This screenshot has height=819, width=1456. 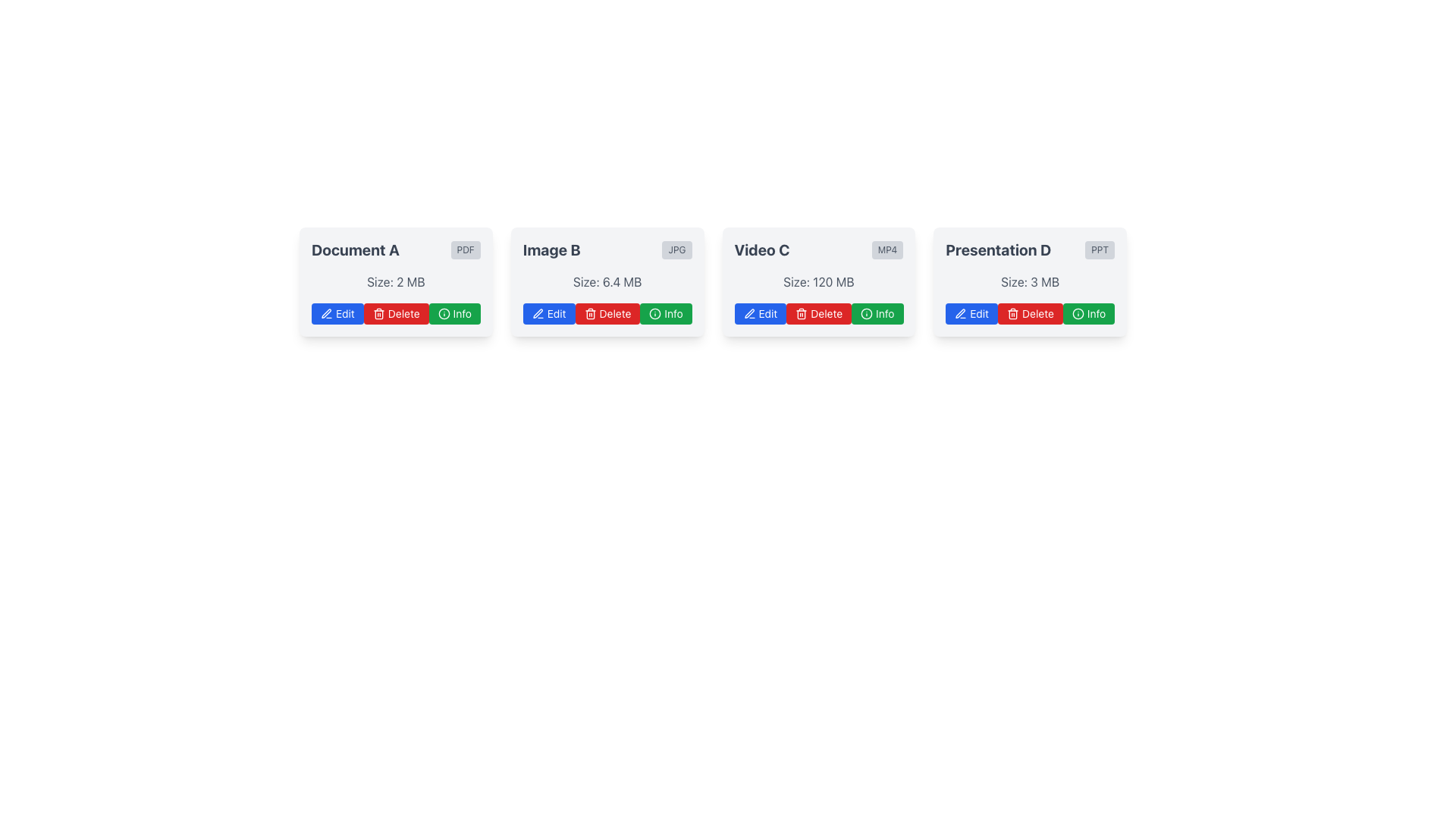 I want to click on the red 'Delete' button with rounded corners that shows a trash bin icon and white text to observe the hover effects, so click(x=1030, y=312).